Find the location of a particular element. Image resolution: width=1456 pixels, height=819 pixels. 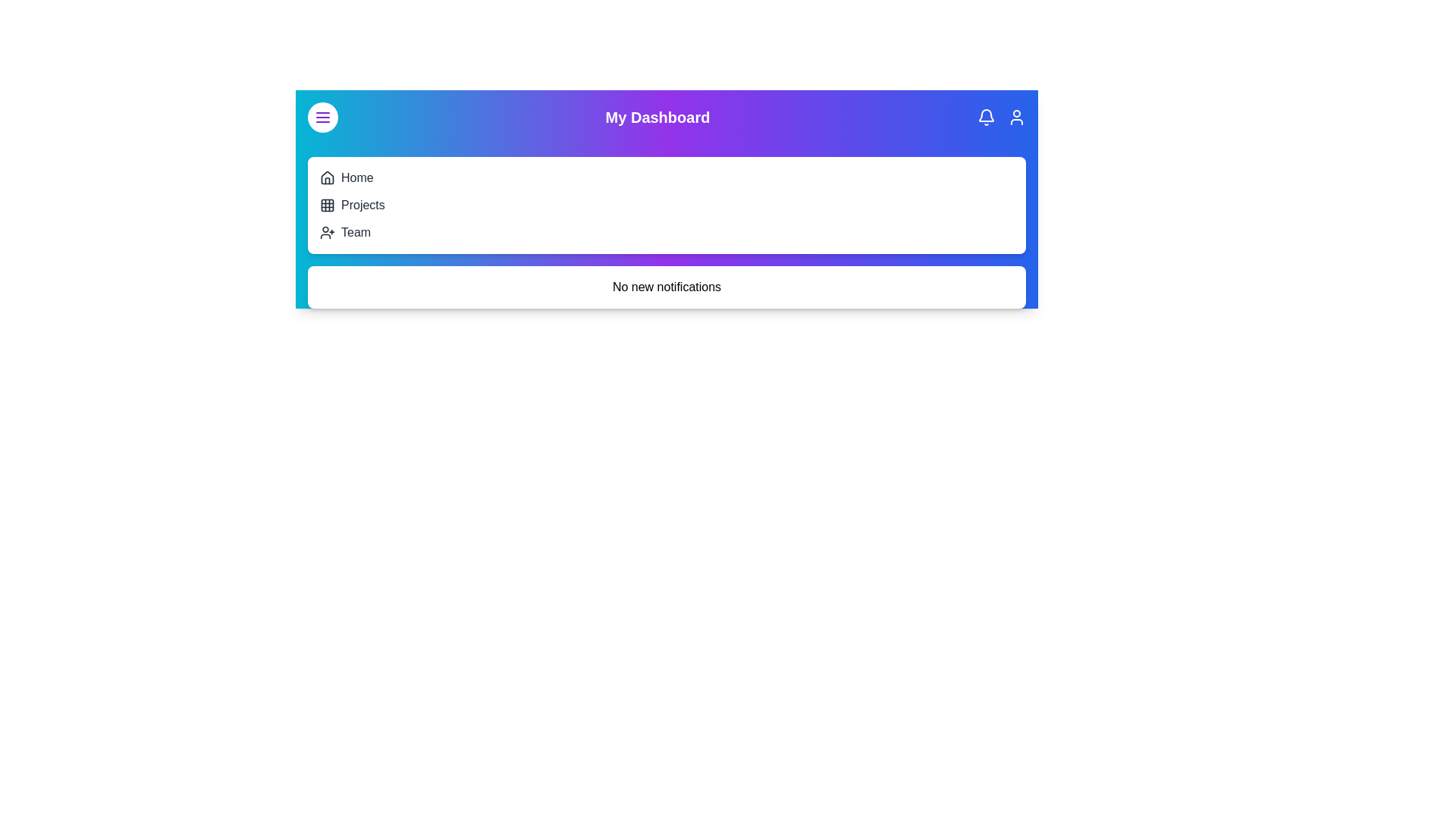

the 'Team' navigation item in the navigation menu is located at coordinates (355, 233).